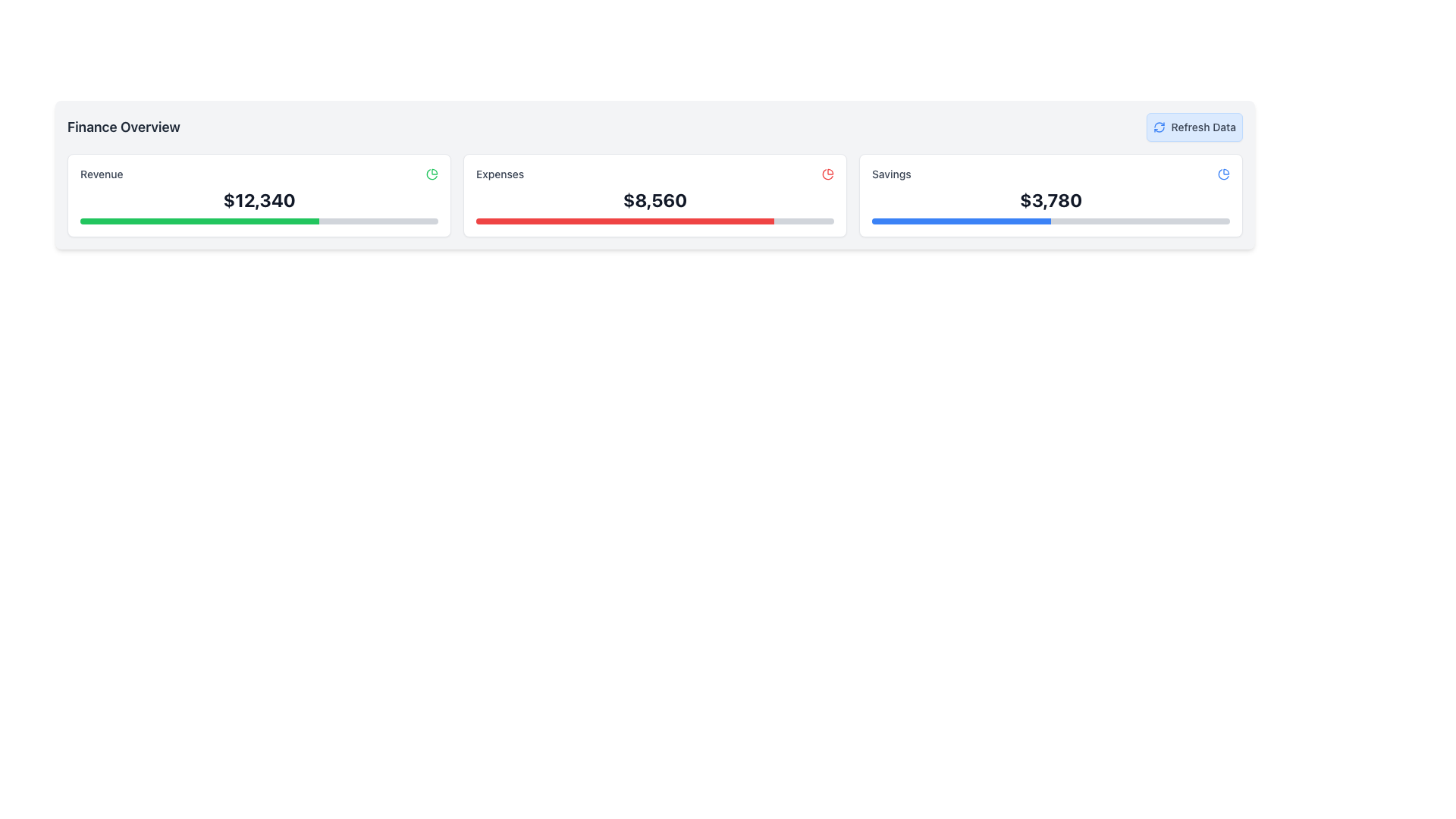  Describe the element at coordinates (101, 174) in the screenshot. I see `the static text label displaying 'Revenue', which is styled with a smaller font size, medium-weight font, and gray color, located in the left section of the interface under the 'Finance Overview' header` at that location.